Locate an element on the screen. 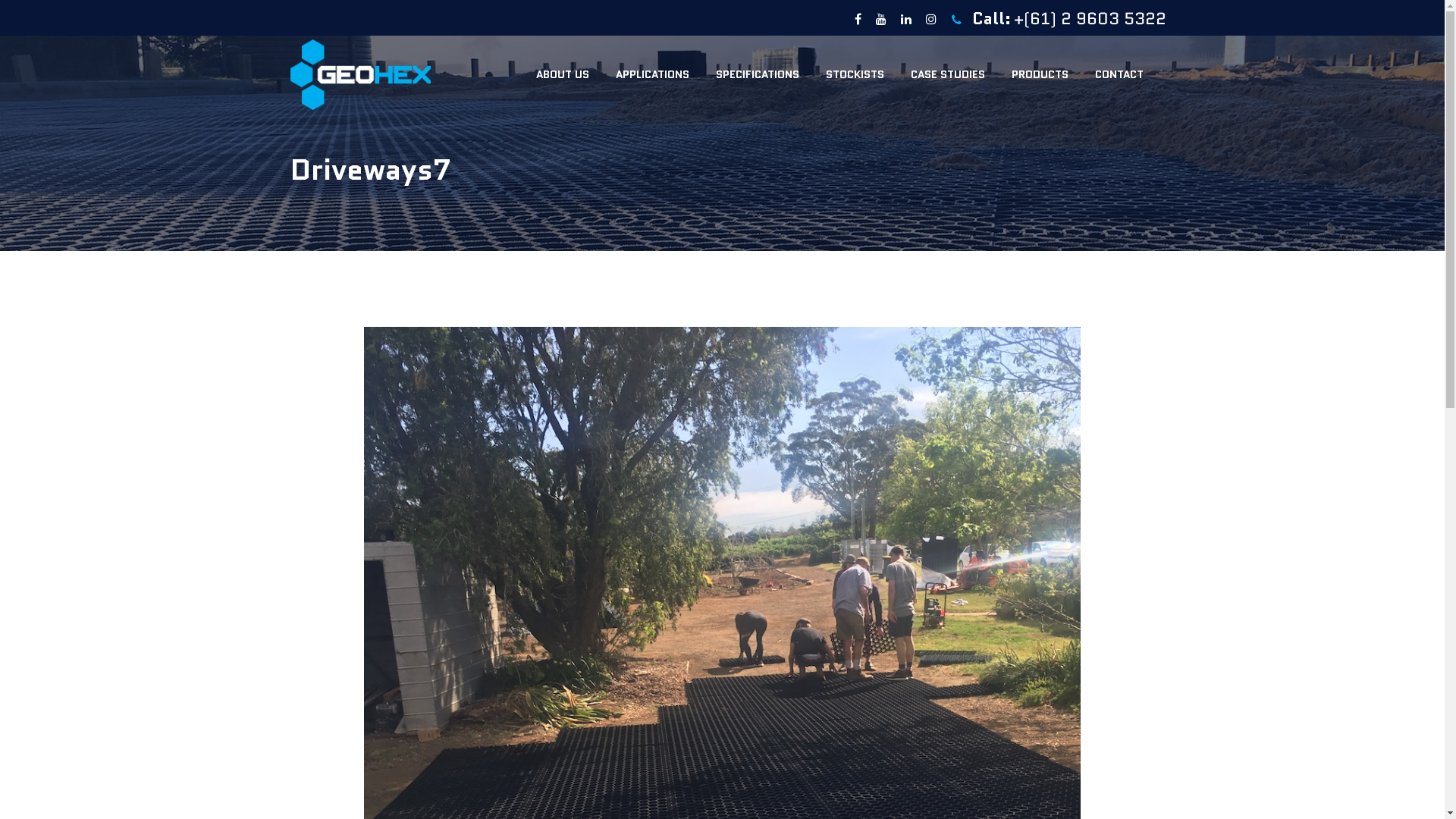 The height and width of the screenshot is (819, 1456). 'SPECIFICATIONS' is located at coordinates (757, 74).